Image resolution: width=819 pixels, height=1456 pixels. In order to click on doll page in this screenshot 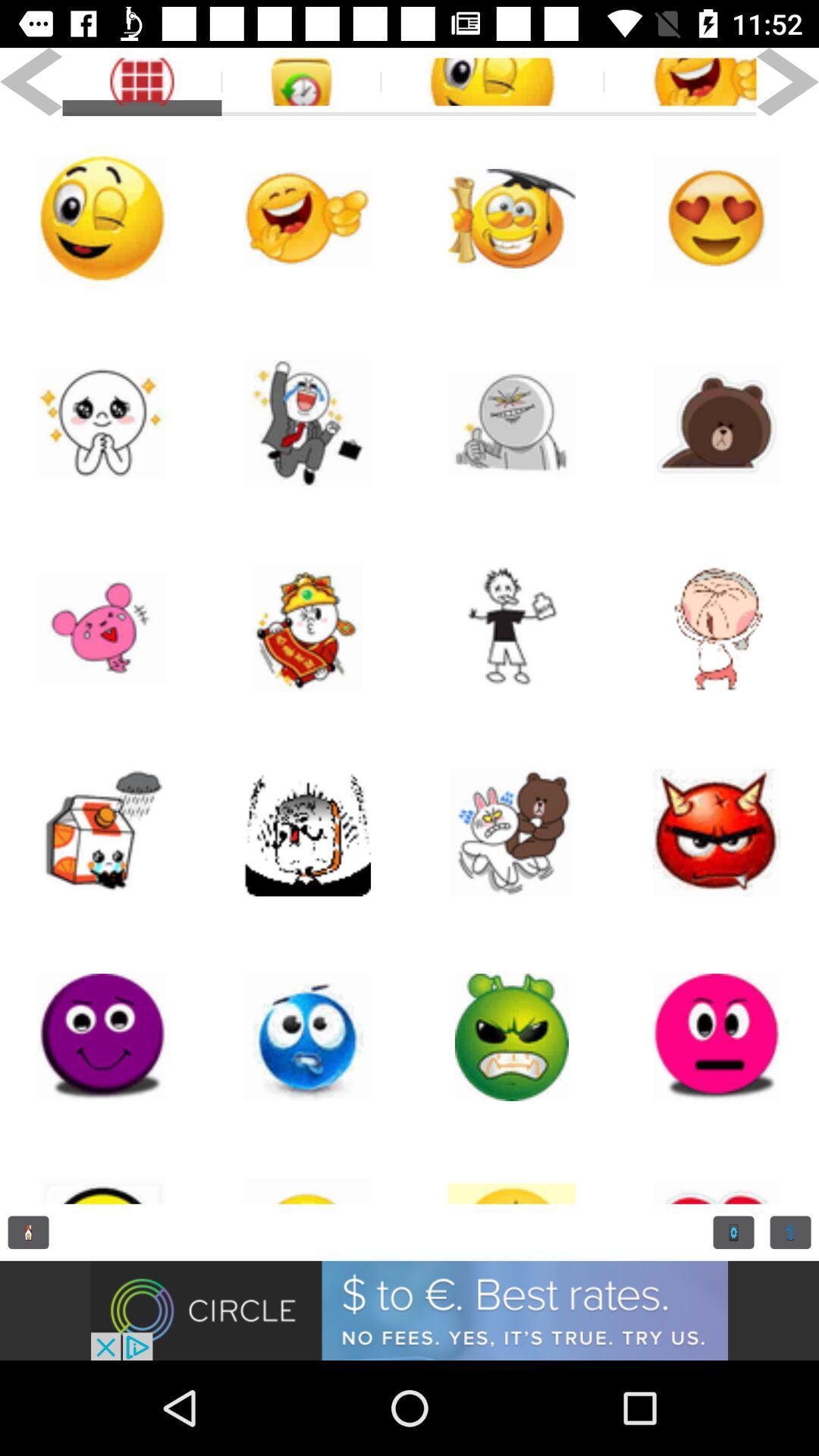, I will do `click(717, 1037)`.